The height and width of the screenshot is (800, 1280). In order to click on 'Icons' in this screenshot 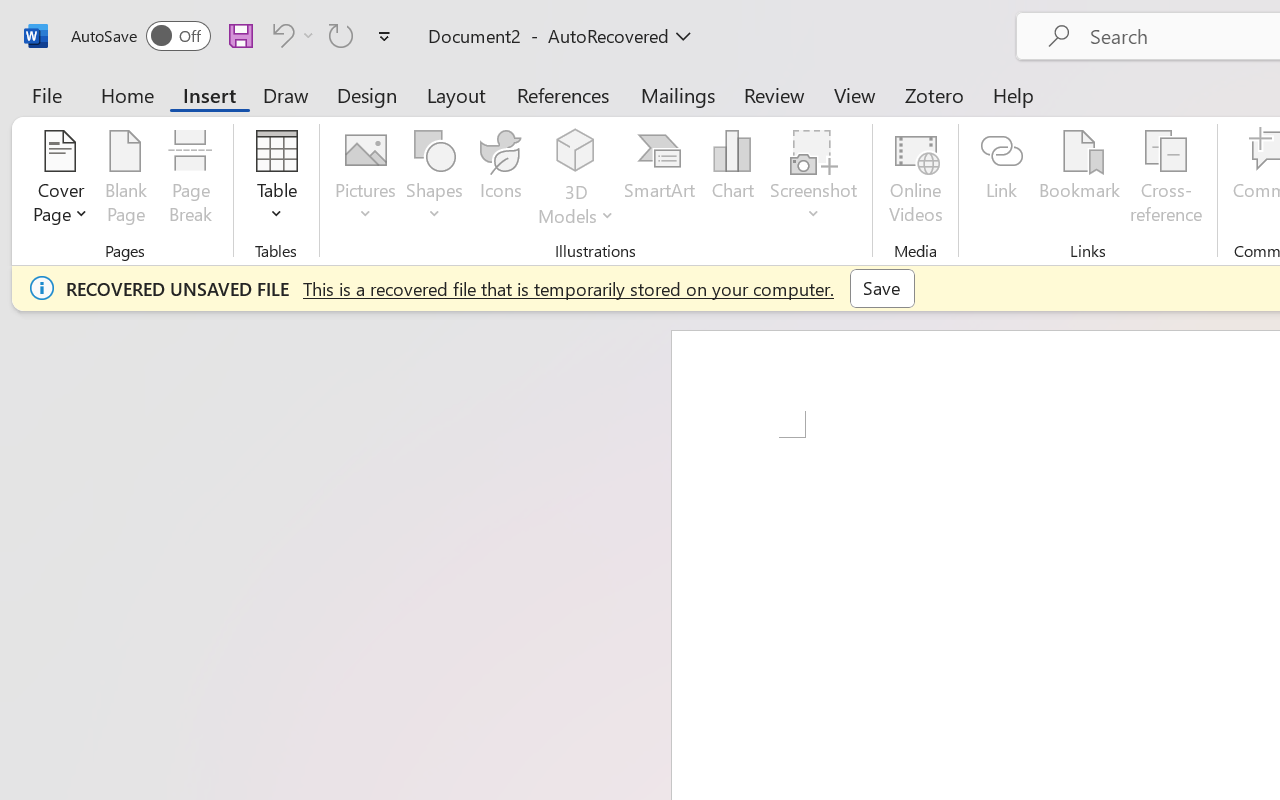, I will do `click(501, 179)`.